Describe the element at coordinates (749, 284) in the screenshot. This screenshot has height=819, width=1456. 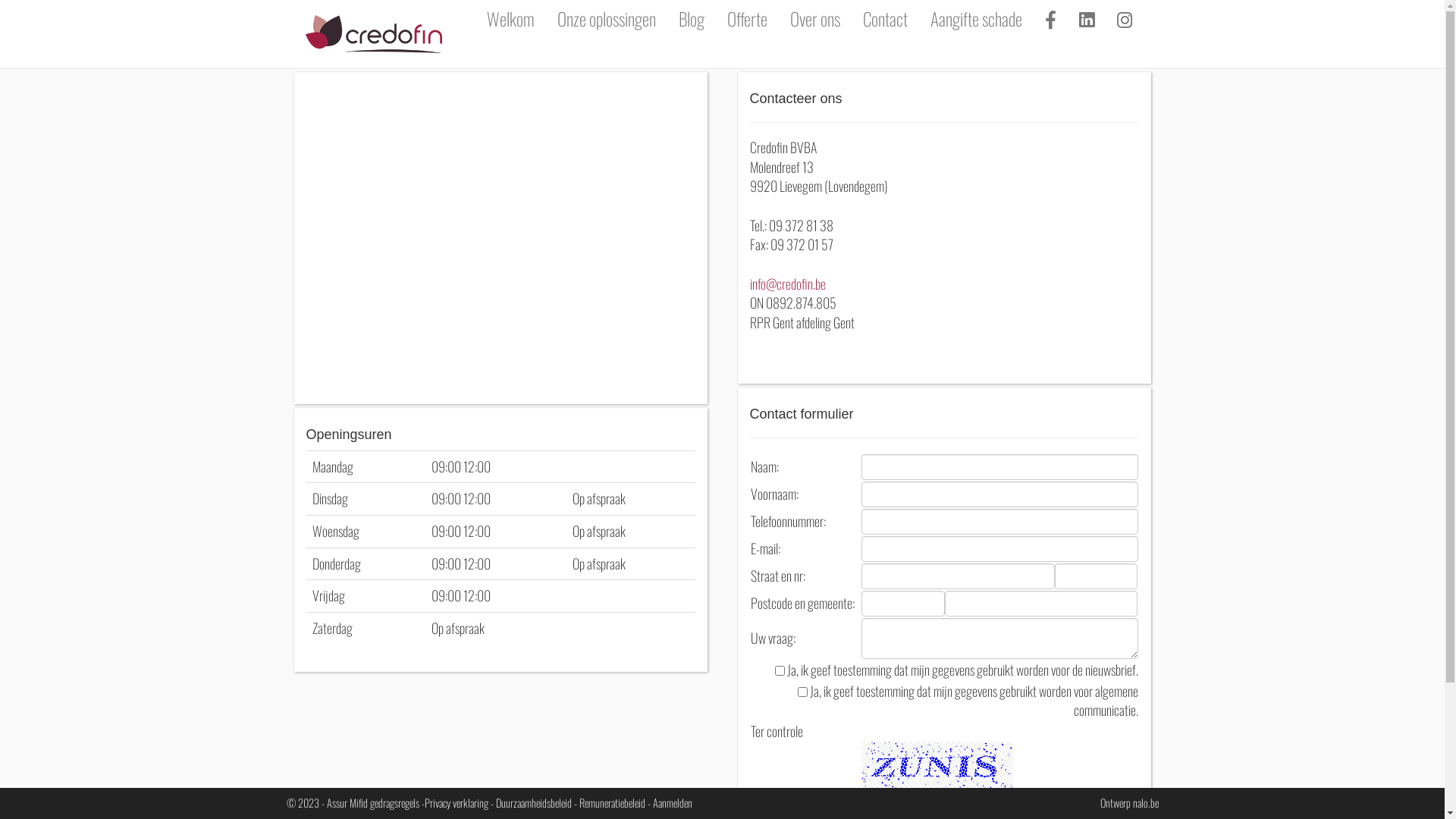
I see `'info@credofin.be'` at that location.